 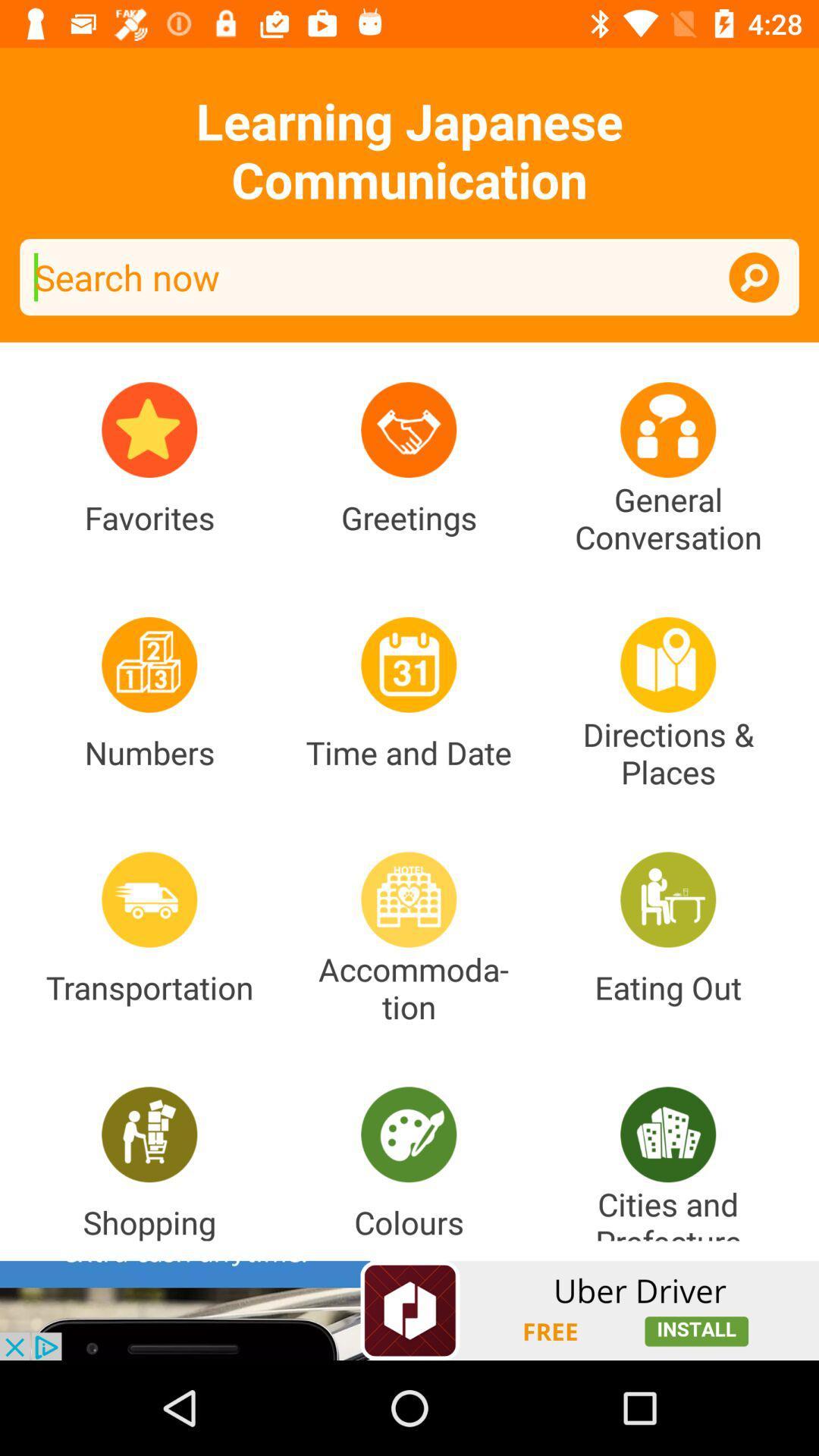 What do you see at coordinates (409, 277) in the screenshot?
I see `search` at bounding box center [409, 277].